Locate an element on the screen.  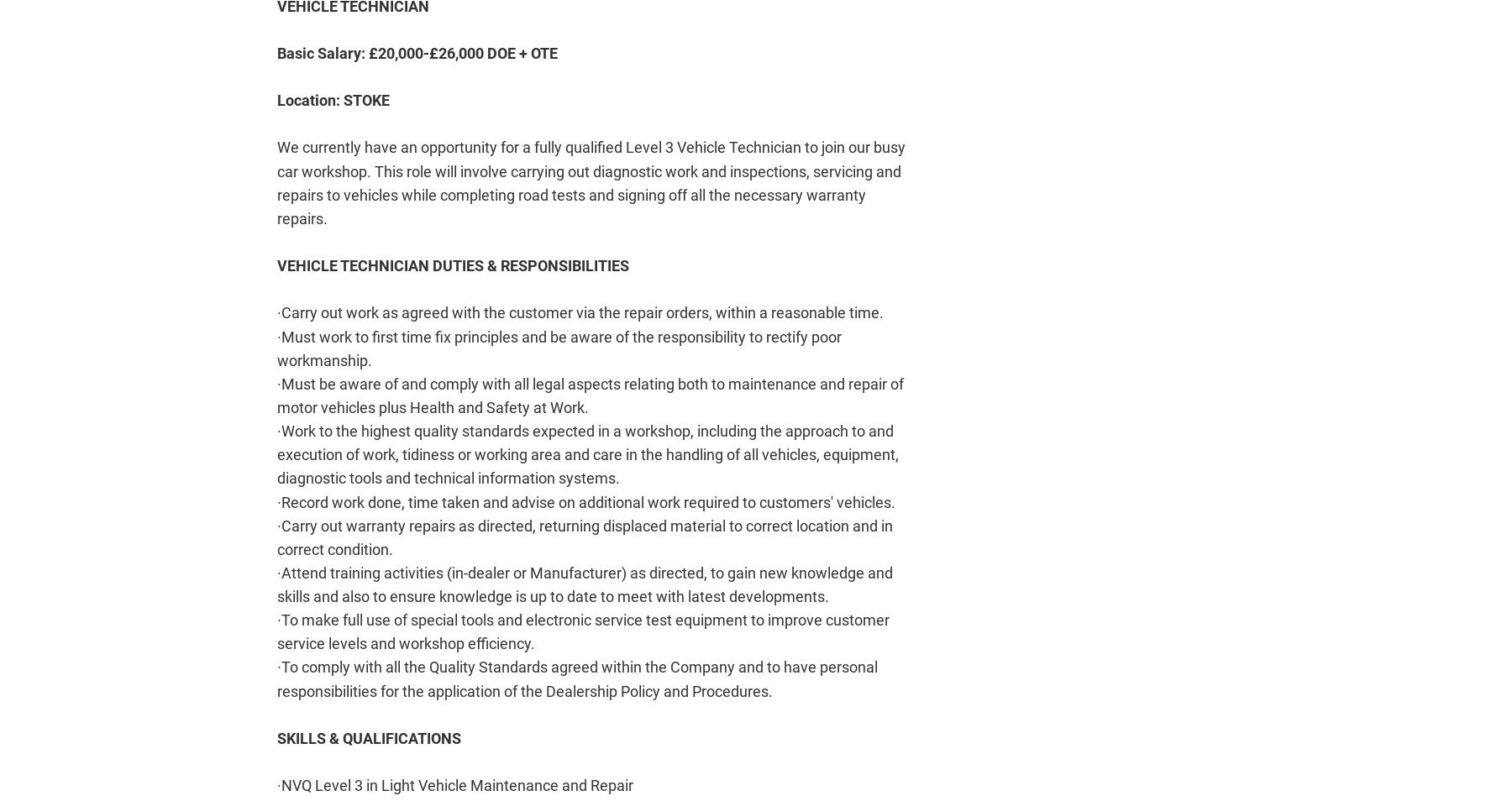
'VEHICLE TECHNICIAN DUTIES & RESPONSIBILITIES' is located at coordinates (452, 266).